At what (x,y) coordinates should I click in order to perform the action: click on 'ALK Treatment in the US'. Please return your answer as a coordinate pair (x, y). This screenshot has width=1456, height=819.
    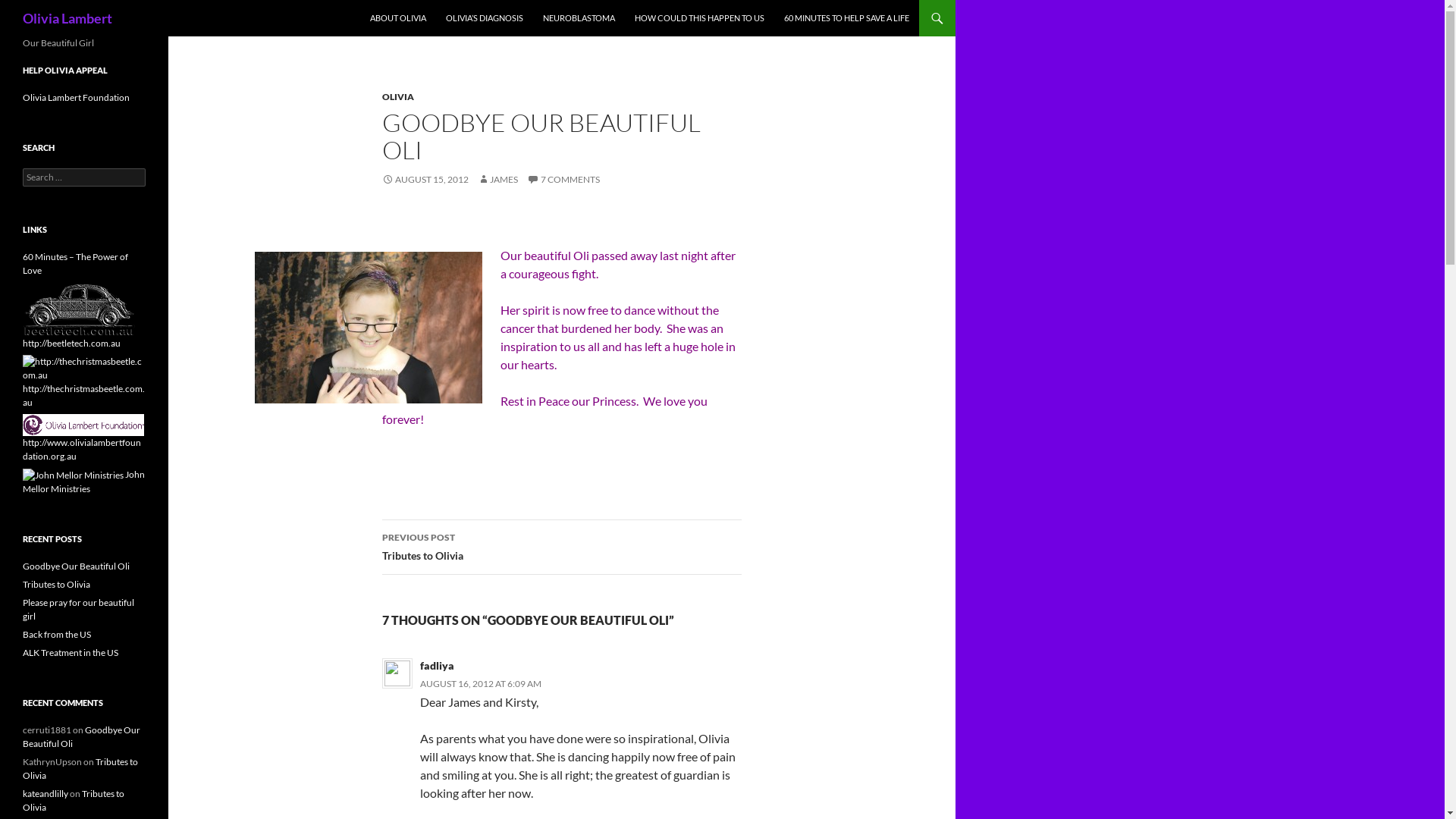
    Looking at the image, I should click on (69, 651).